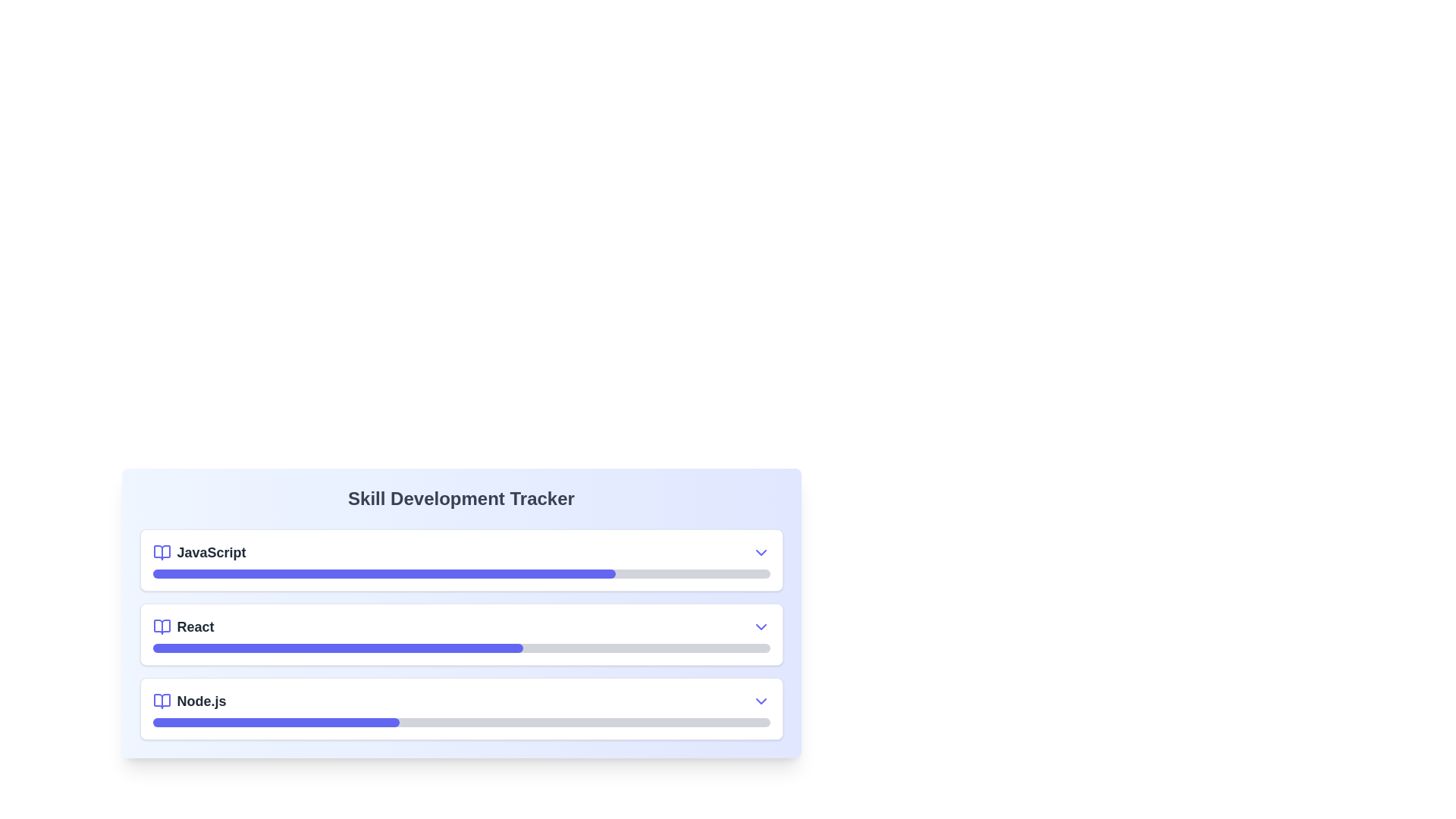 This screenshot has width=1456, height=819. Describe the element at coordinates (761, 553) in the screenshot. I see `the chevron-down icon located at the top section of the skill tracker card, to the far right of the 'JavaScript' row` at that location.